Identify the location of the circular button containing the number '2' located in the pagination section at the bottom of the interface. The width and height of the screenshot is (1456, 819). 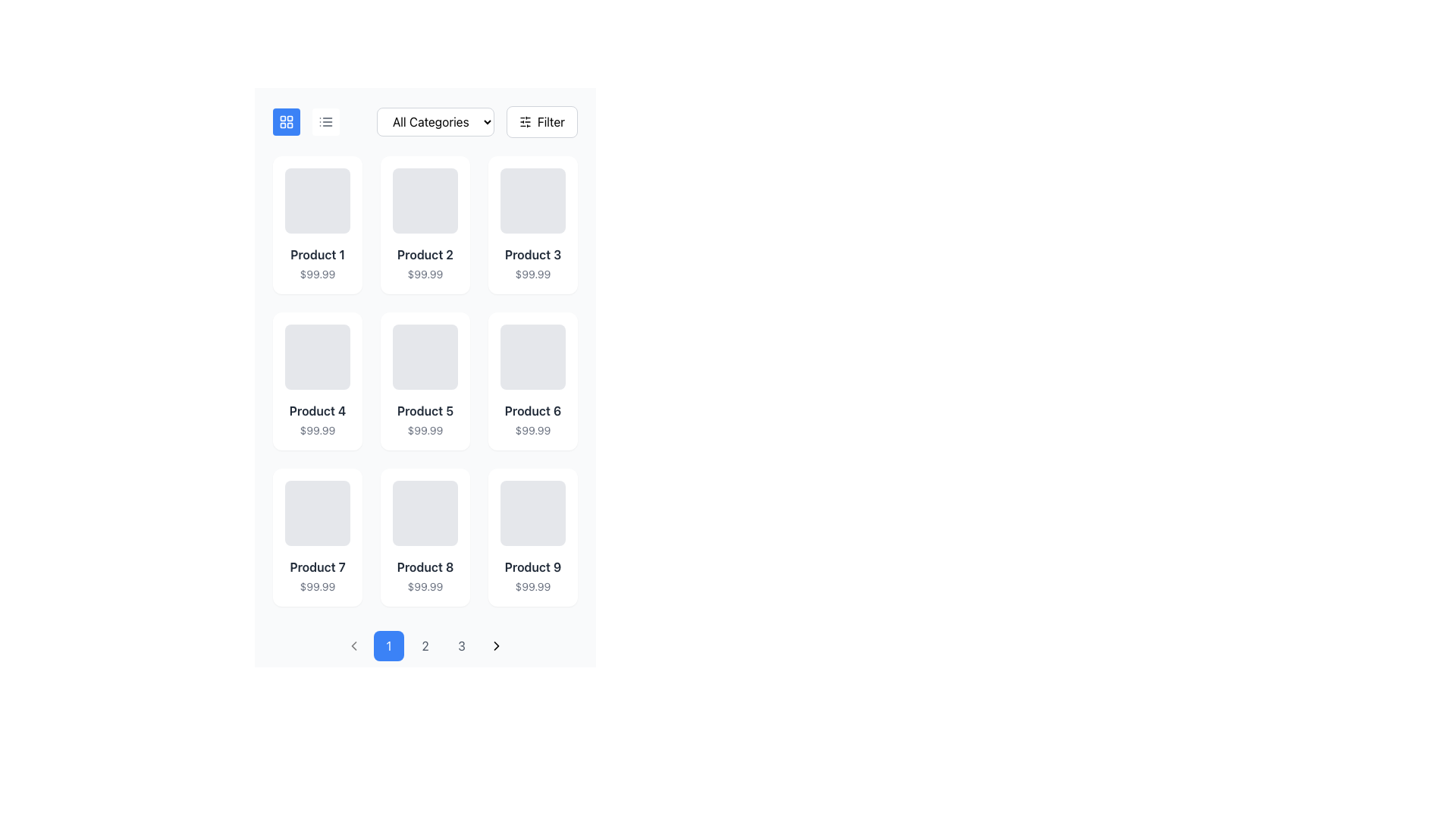
(425, 646).